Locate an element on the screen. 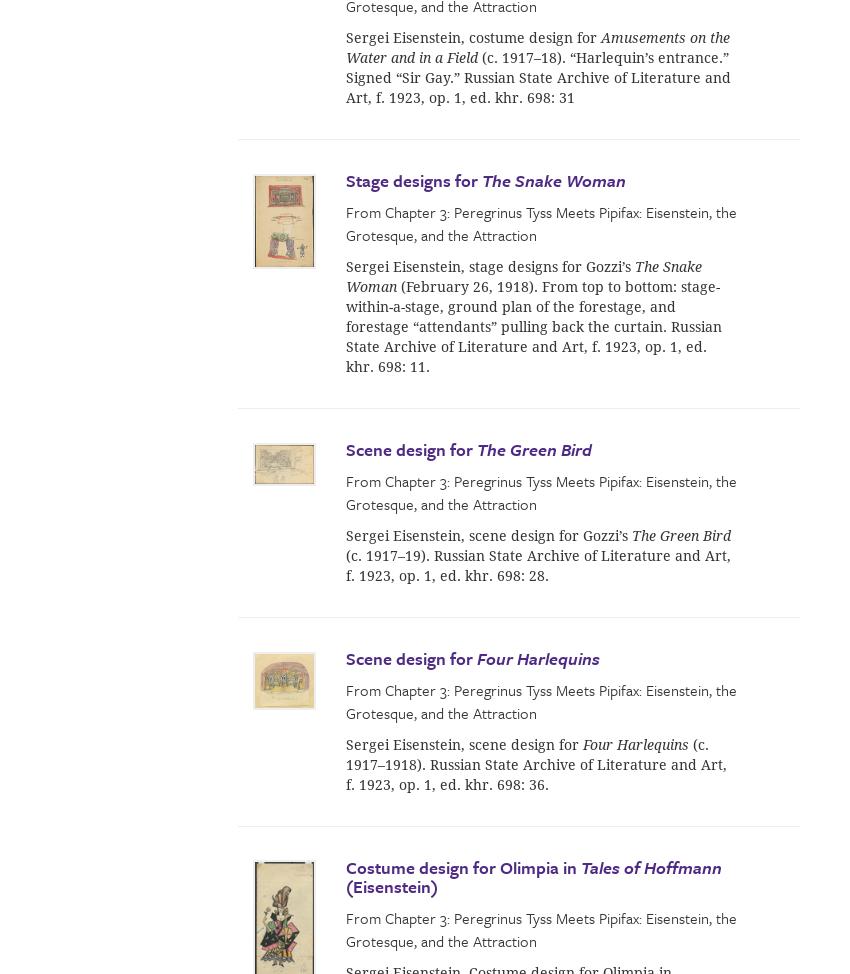 This screenshot has width=850, height=974. 'Sergei Eisenstein, costume design for' is located at coordinates (345, 37).